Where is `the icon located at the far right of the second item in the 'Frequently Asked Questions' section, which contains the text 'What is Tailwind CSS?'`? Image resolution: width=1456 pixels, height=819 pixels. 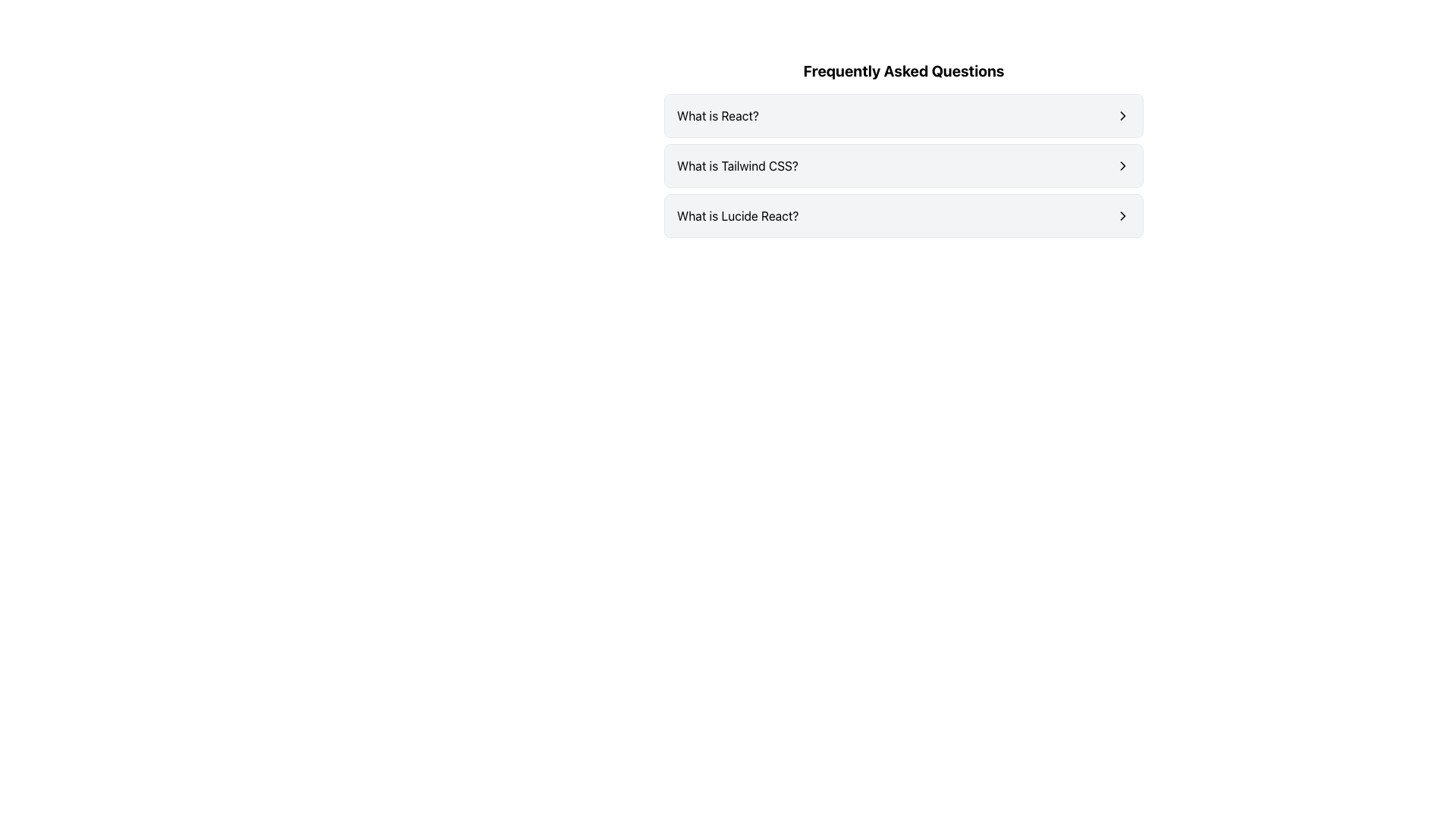
the icon located at the far right of the second item in the 'Frequently Asked Questions' section, which contains the text 'What is Tailwind CSS?' is located at coordinates (1123, 166).